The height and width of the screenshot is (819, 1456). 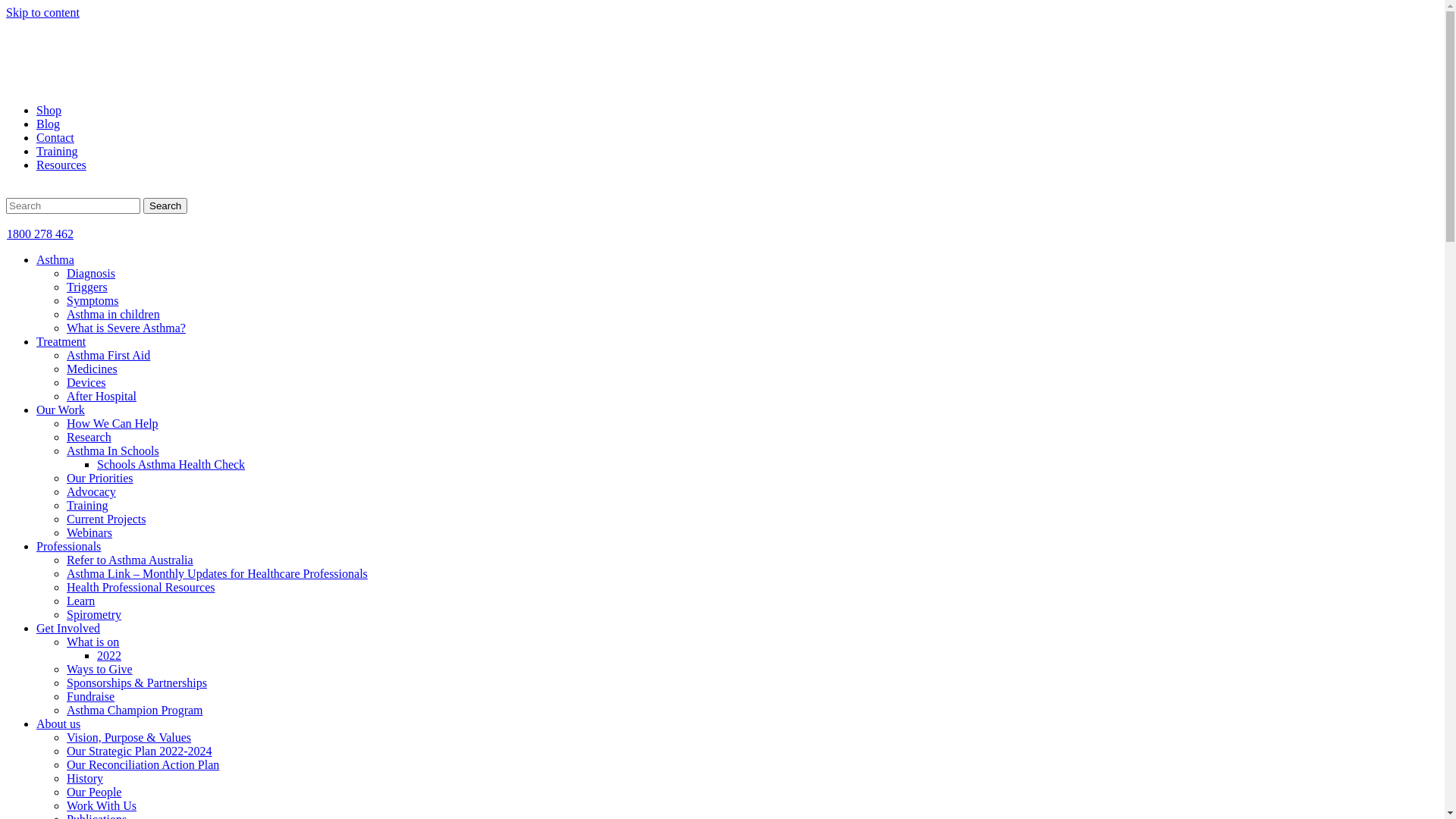 What do you see at coordinates (134, 710) in the screenshot?
I see `'Asthma Champion Program'` at bounding box center [134, 710].